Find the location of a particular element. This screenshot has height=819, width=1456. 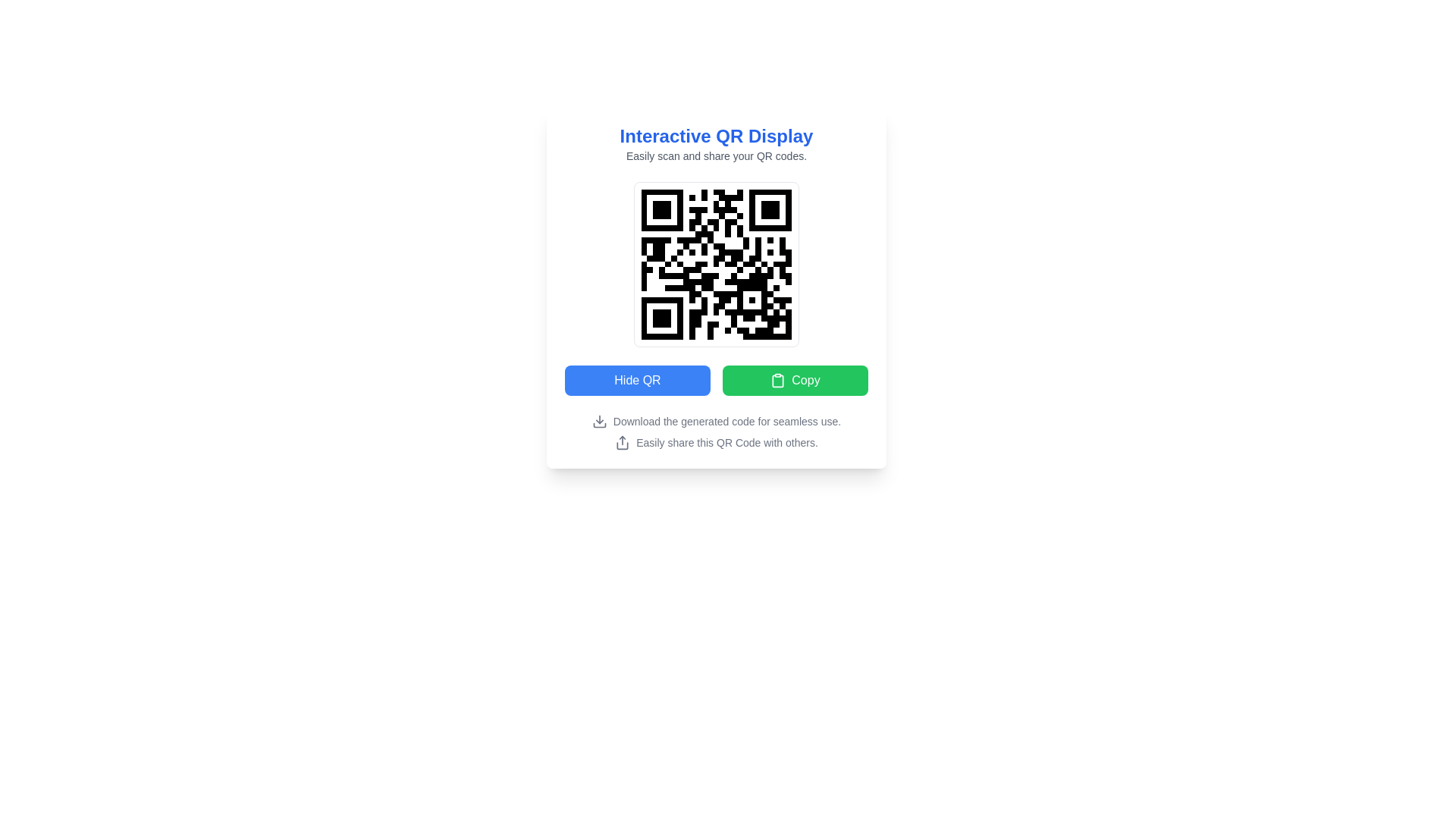

the clipboard icon, which is the second subcomponent of the graphical representation of the clipboard located towards the bottom-right corner of the interface is located at coordinates (778, 380).